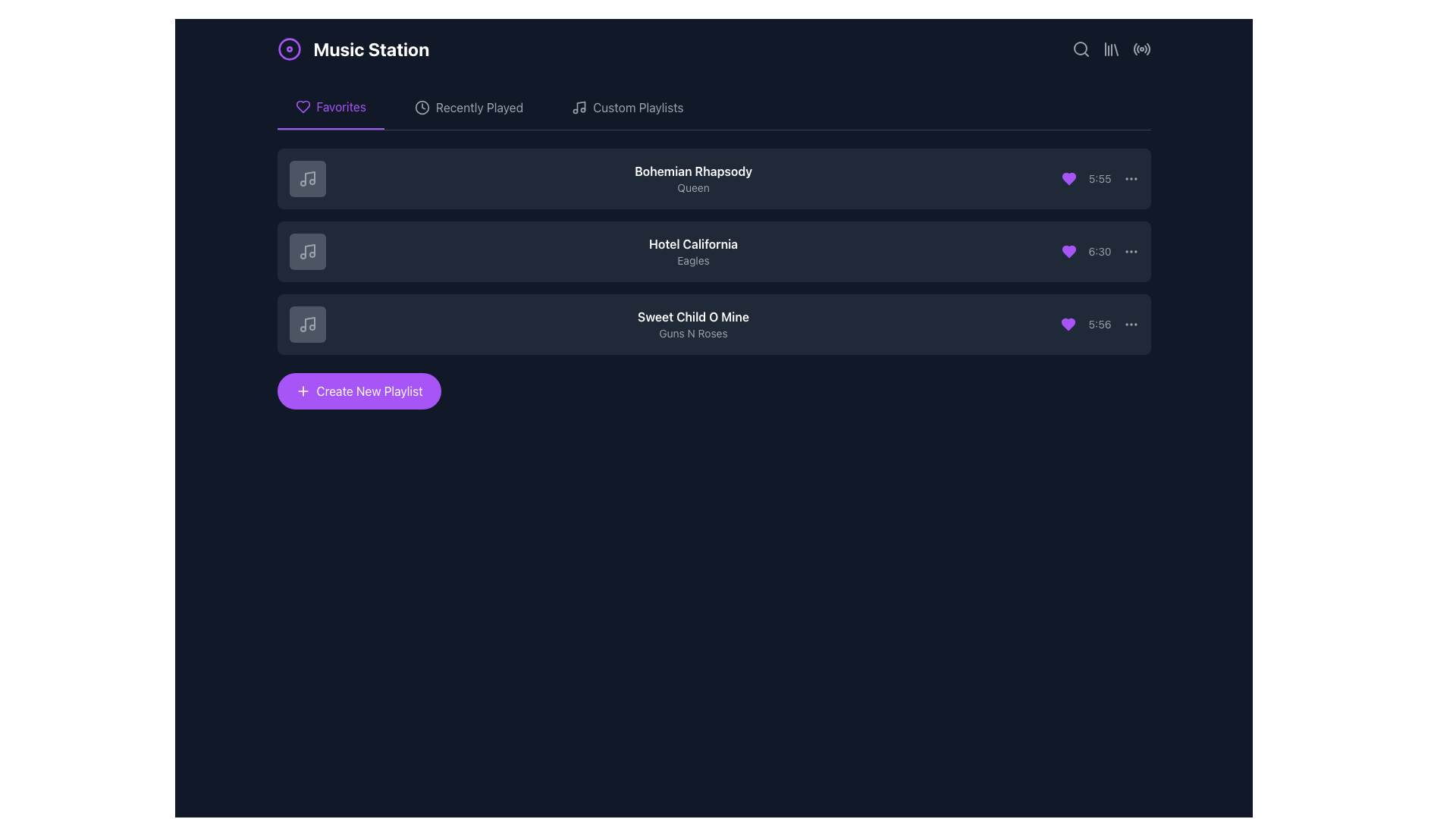 This screenshot has height=819, width=1456. Describe the element at coordinates (306, 324) in the screenshot. I see `the decorative music icon located in the third list item of the vertical list, positioned to the left of the title and subtitle text, and above the playback duration and menu options` at that location.